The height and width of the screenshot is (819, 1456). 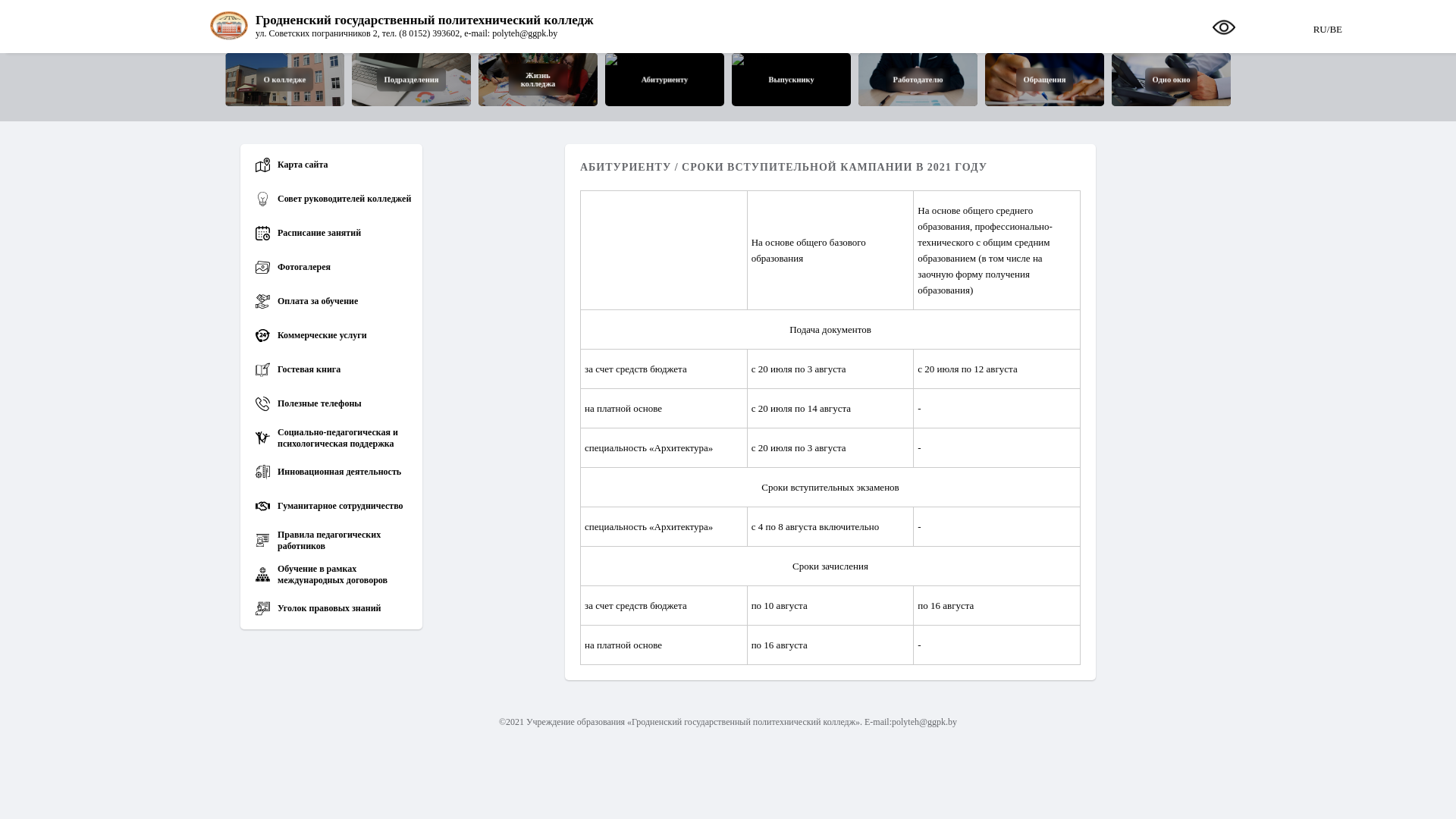 What do you see at coordinates (1328, 26) in the screenshot?
I see `'BE'` at bounding box center [1328, 26].